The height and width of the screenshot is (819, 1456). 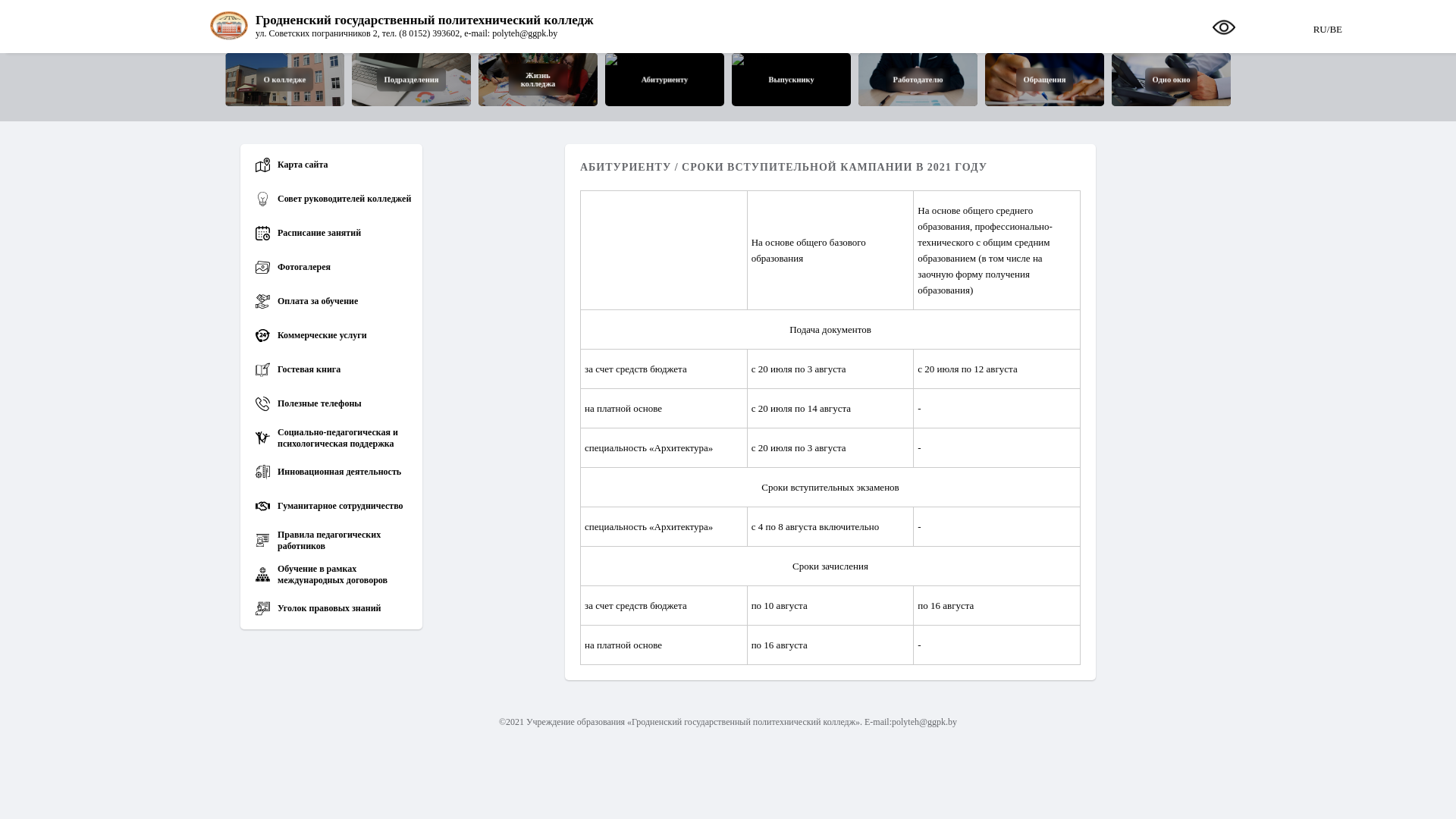 What do you see at coordinates (1328, 26) in the screenshot?
I see `'BE'` at bounding box center [1328, 26].